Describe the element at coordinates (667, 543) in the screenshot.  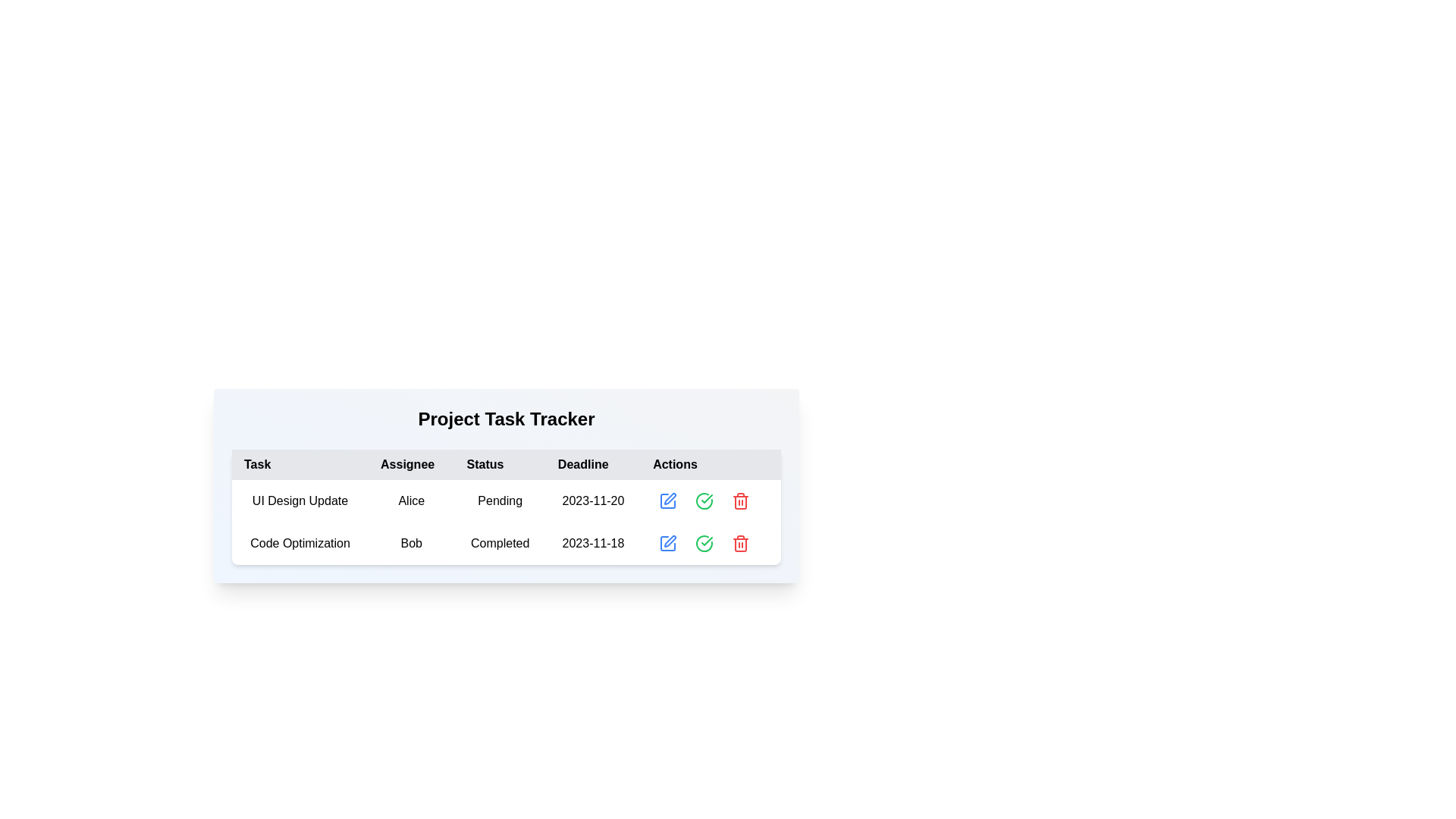
I see `the SVG icon depicting a square with a pen inside, located in the 'Actions' column of the 'Code Optimization' row in the task list` at that location.